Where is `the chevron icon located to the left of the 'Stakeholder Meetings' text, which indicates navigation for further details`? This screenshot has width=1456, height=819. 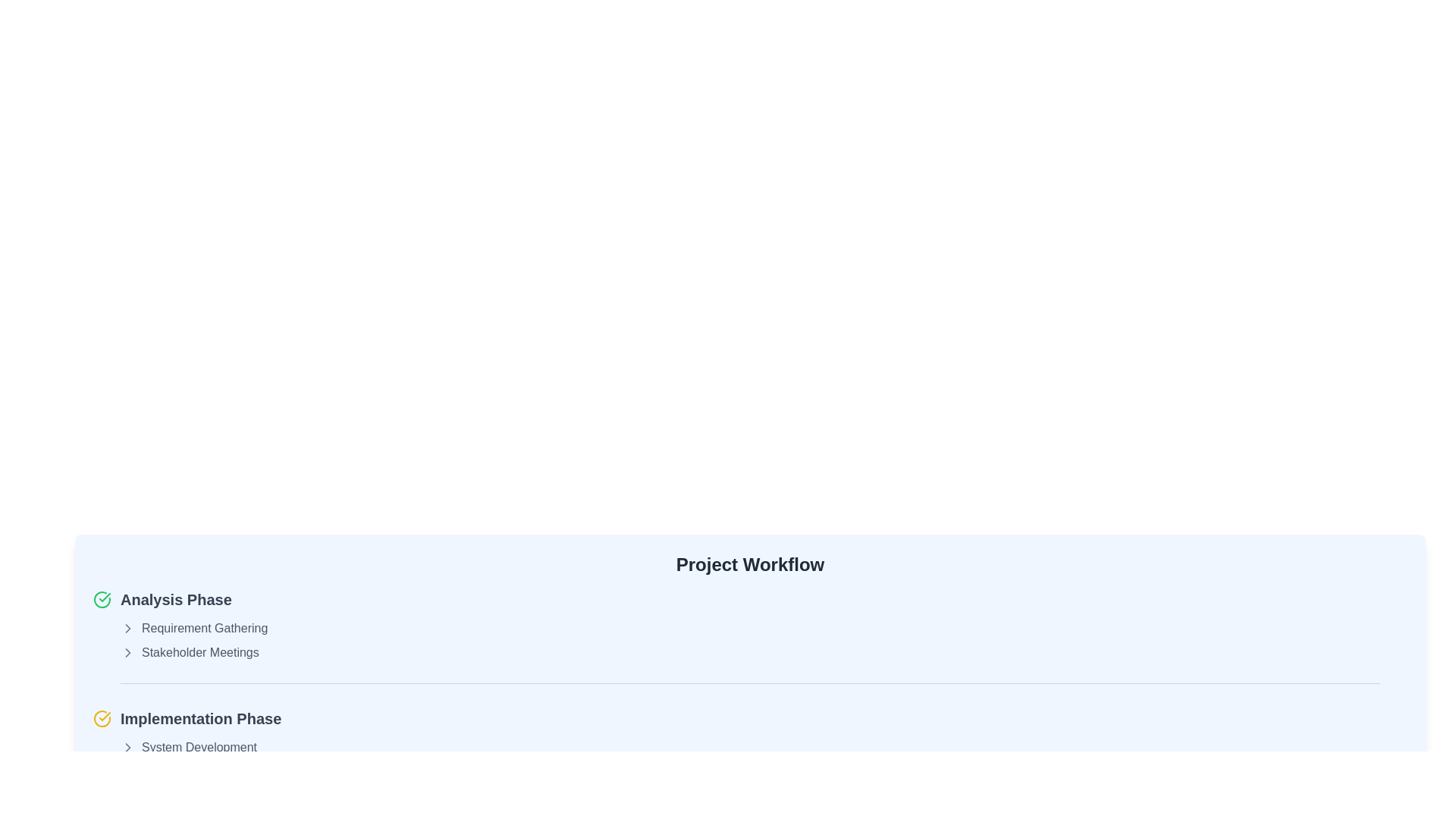
the chevron icon located to the left of the 'Stakeholder Meetings' text, which indicates navigation for further details is located at coordinates (127, 651).